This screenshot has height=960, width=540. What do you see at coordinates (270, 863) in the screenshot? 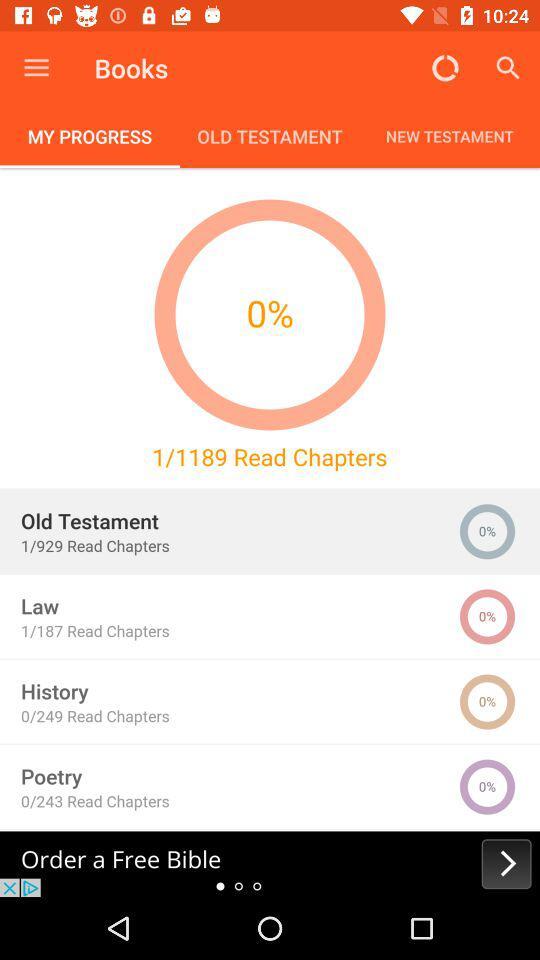
I see `follow the banner` at bounding box center [270, 863].